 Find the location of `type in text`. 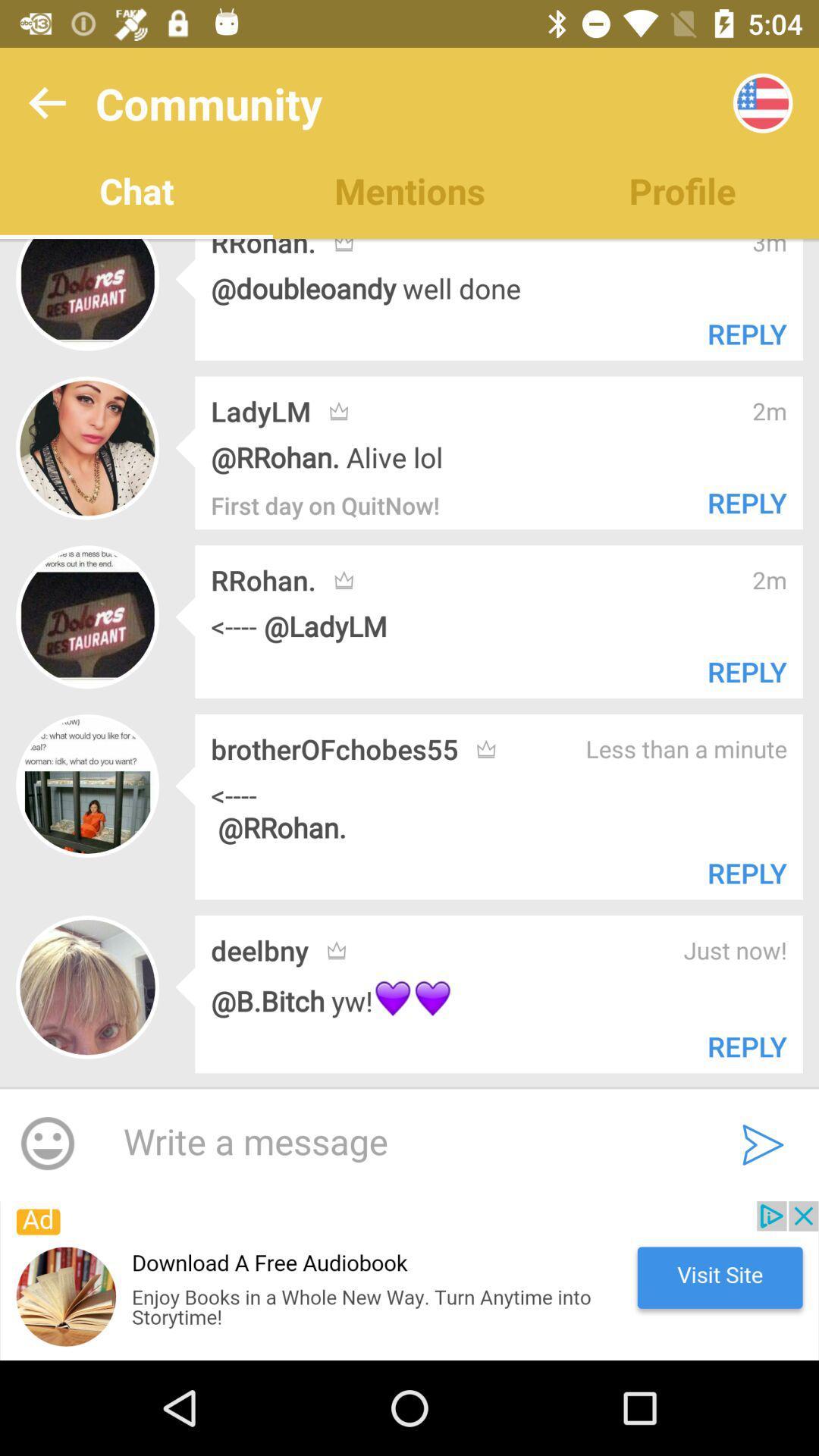

type in text is located at coordinates (400, 1143).